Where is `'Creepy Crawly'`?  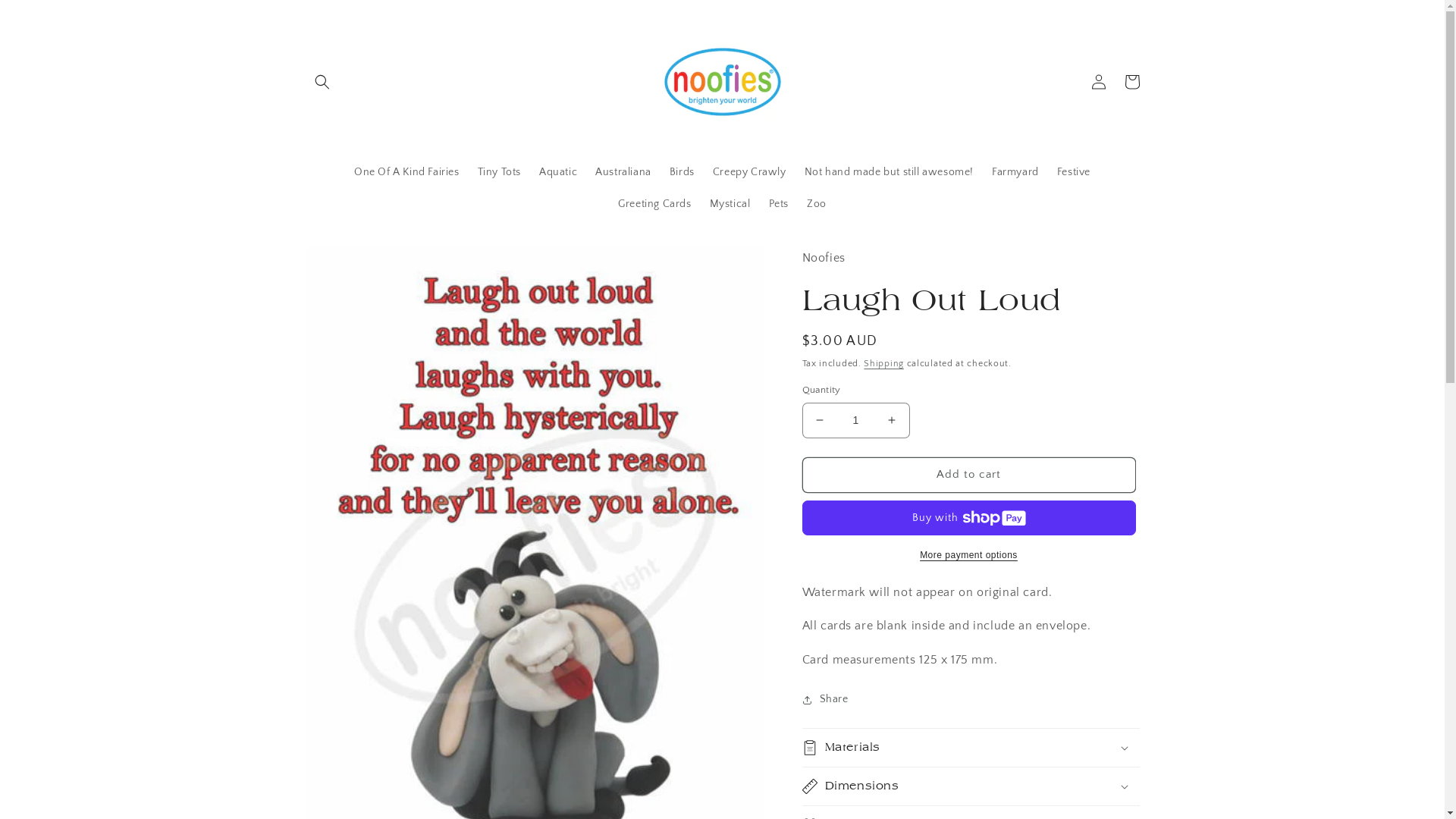
'Creepy Crawly' is located at coordinates (749, 171).